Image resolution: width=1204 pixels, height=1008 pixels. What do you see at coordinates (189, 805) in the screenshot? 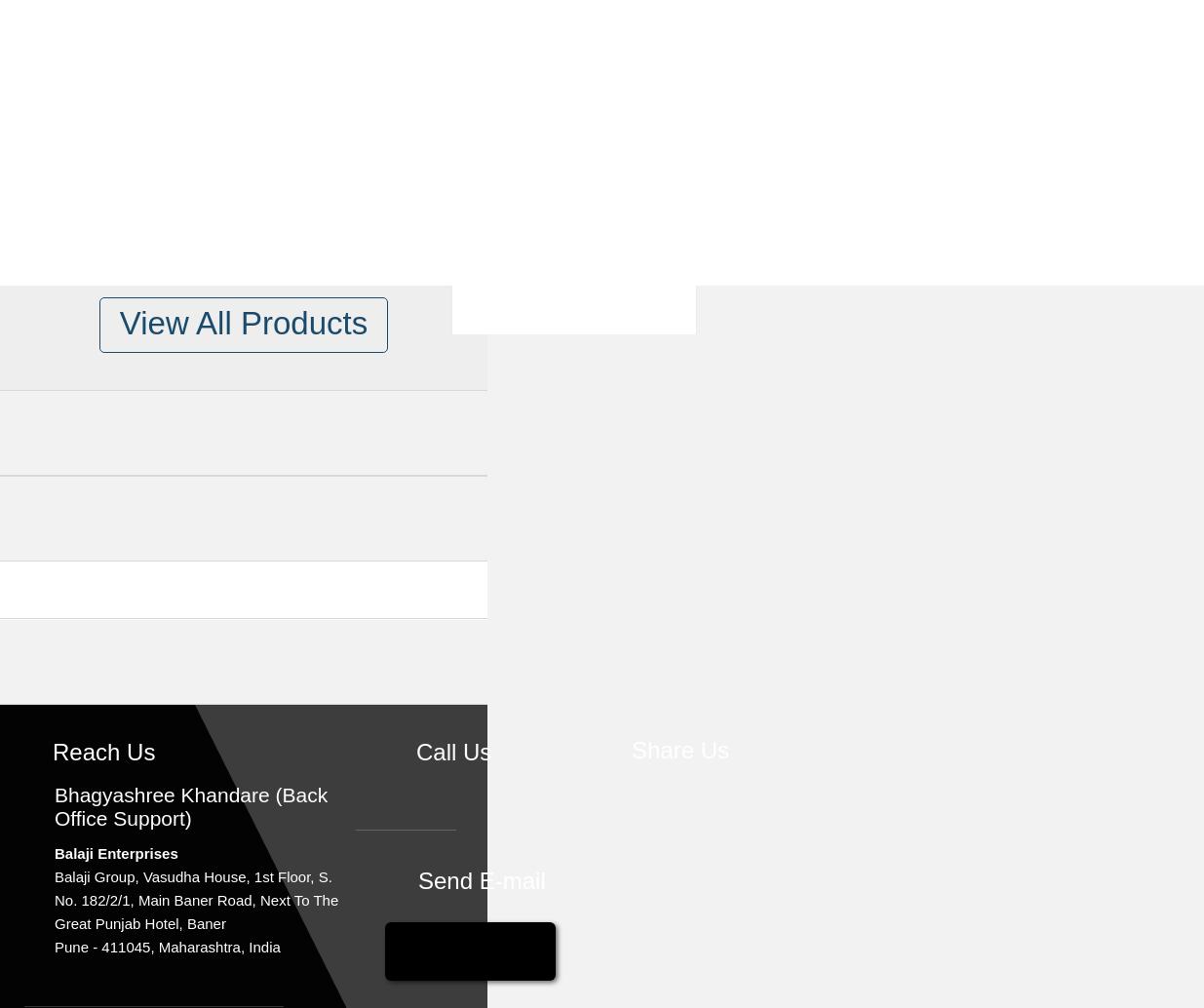
I see `'Bhagyashree Khandare (Back Office Support)'` at bounding box center [189, 805].